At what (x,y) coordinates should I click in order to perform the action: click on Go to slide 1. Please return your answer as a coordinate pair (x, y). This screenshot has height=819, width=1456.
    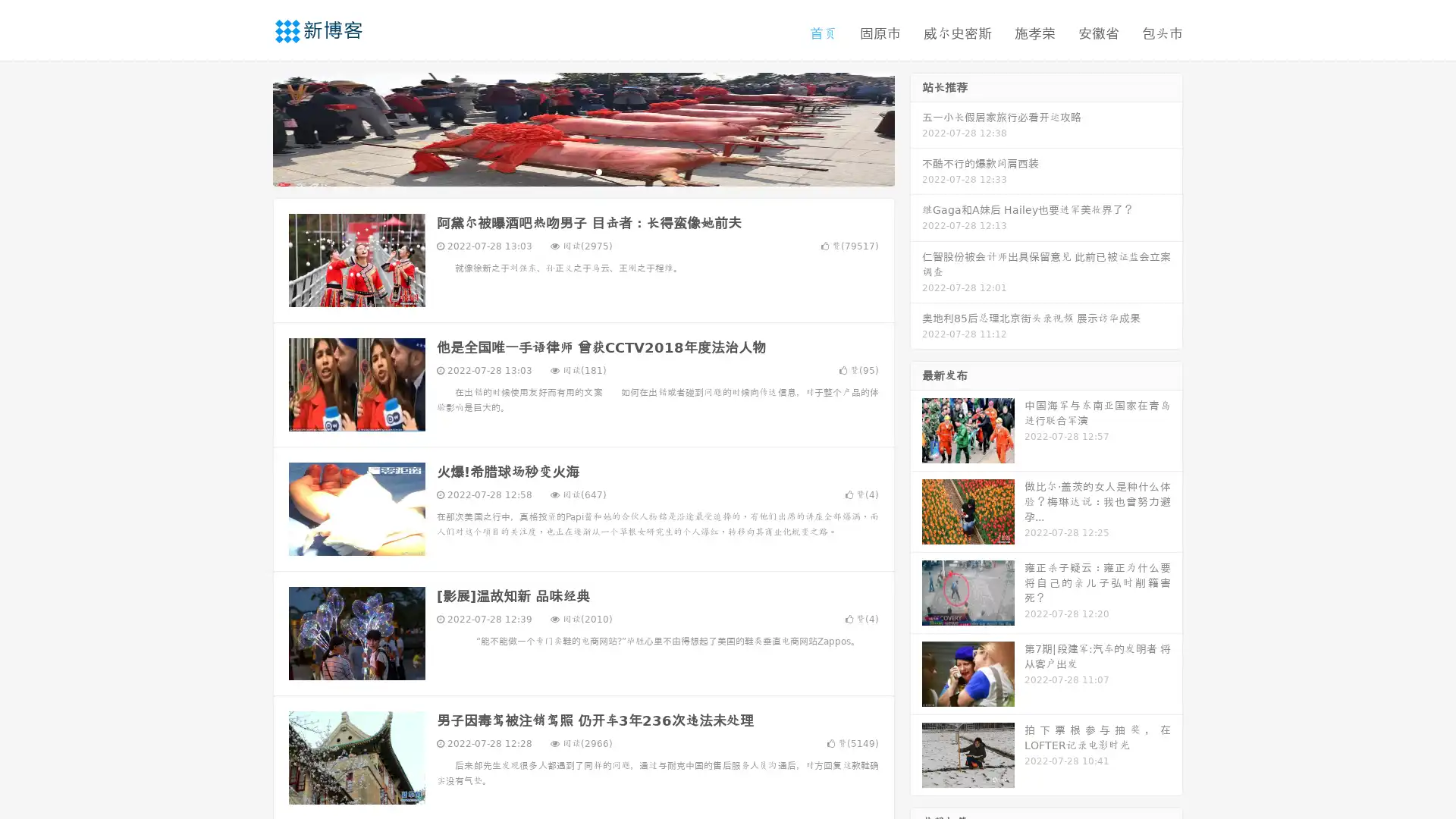
    Looking at the image, I should click on (567, 171).